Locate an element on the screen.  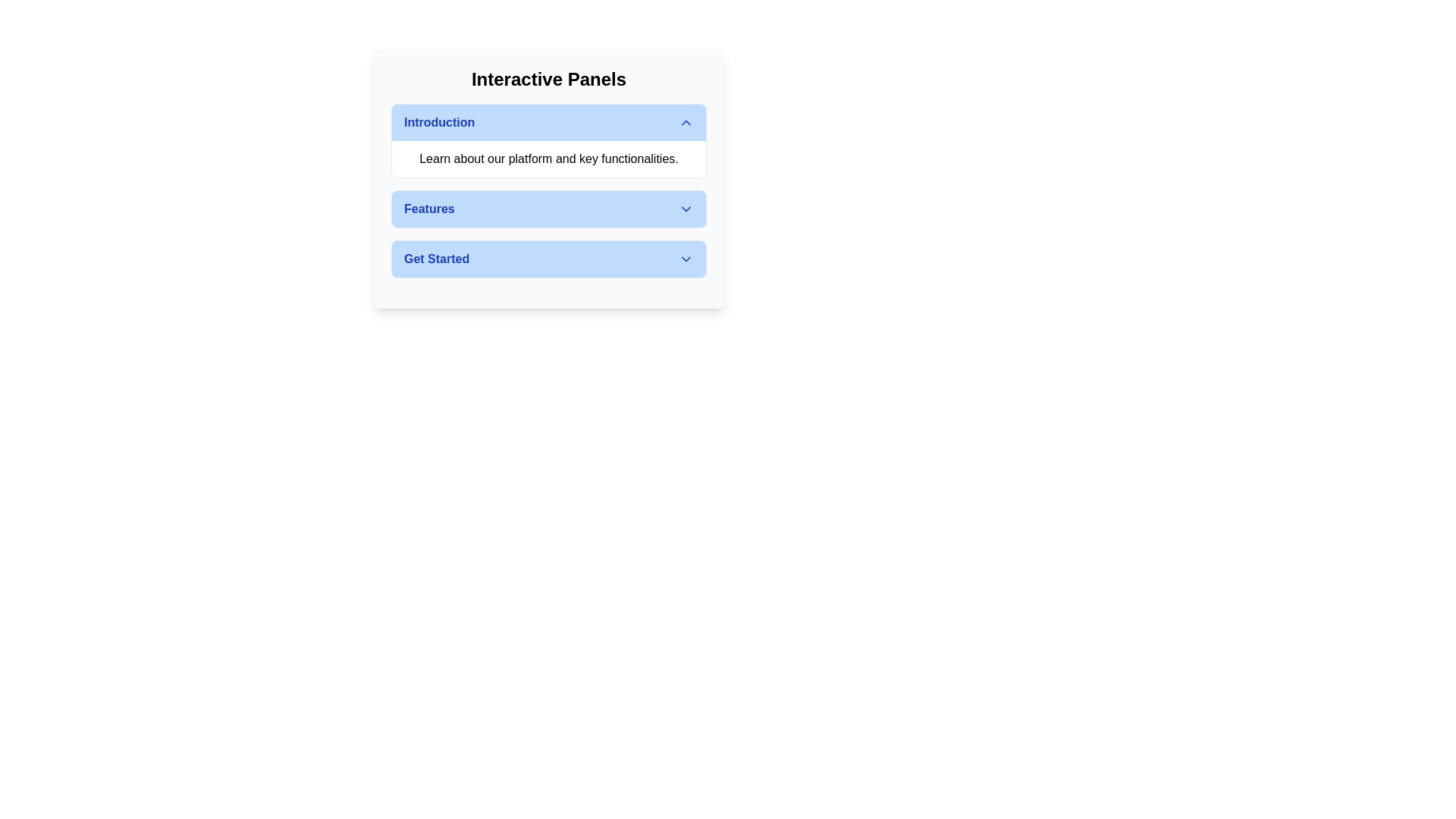
the downward chevron icon styled in blue located on the right side of the 'Features' section is located at coordinates (686, 209).